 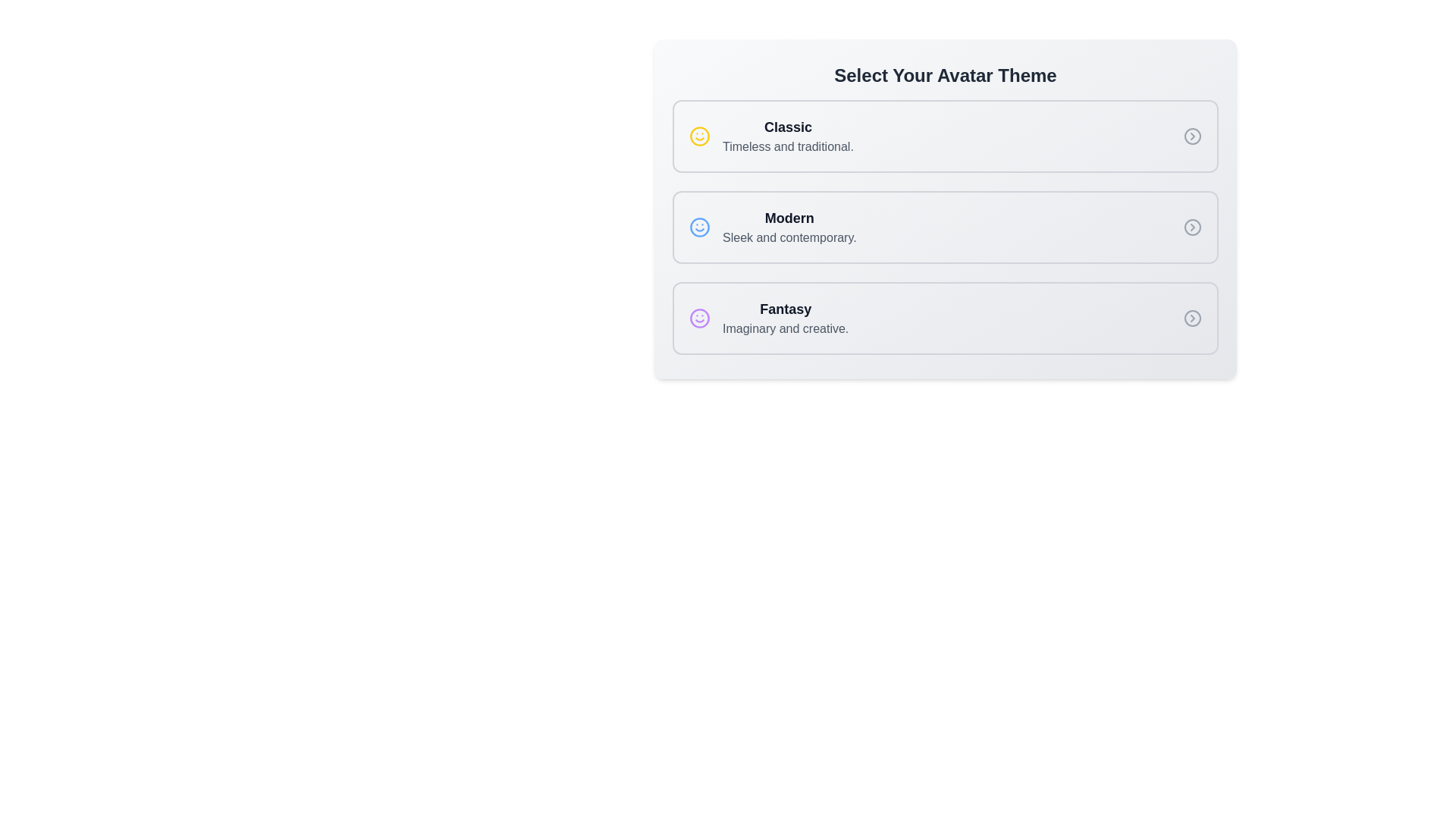 What do you see at coordinates (1192, 318) in the screenshot?
I see `the circular icon within the SVG, which is positioned next to the right side of the 'Fantasy' list item in the vertical list of avatar themes` at bounding box center [1192, 318].